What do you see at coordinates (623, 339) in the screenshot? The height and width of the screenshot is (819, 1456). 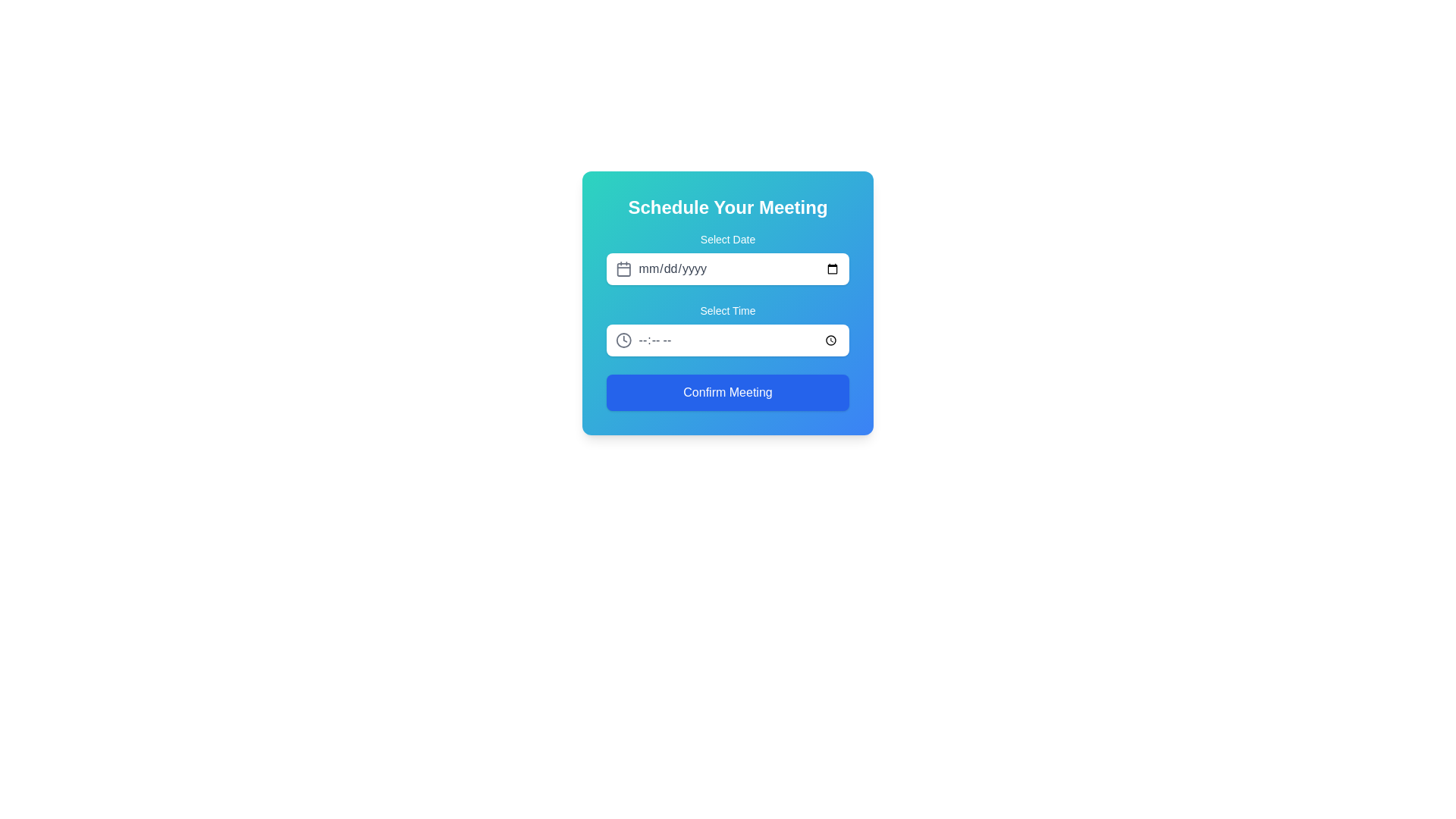 I see `the circular SVG graphic that represents a clock face, located at the beginning of the 'Select Time' input field` at bounding box center [623, 339].